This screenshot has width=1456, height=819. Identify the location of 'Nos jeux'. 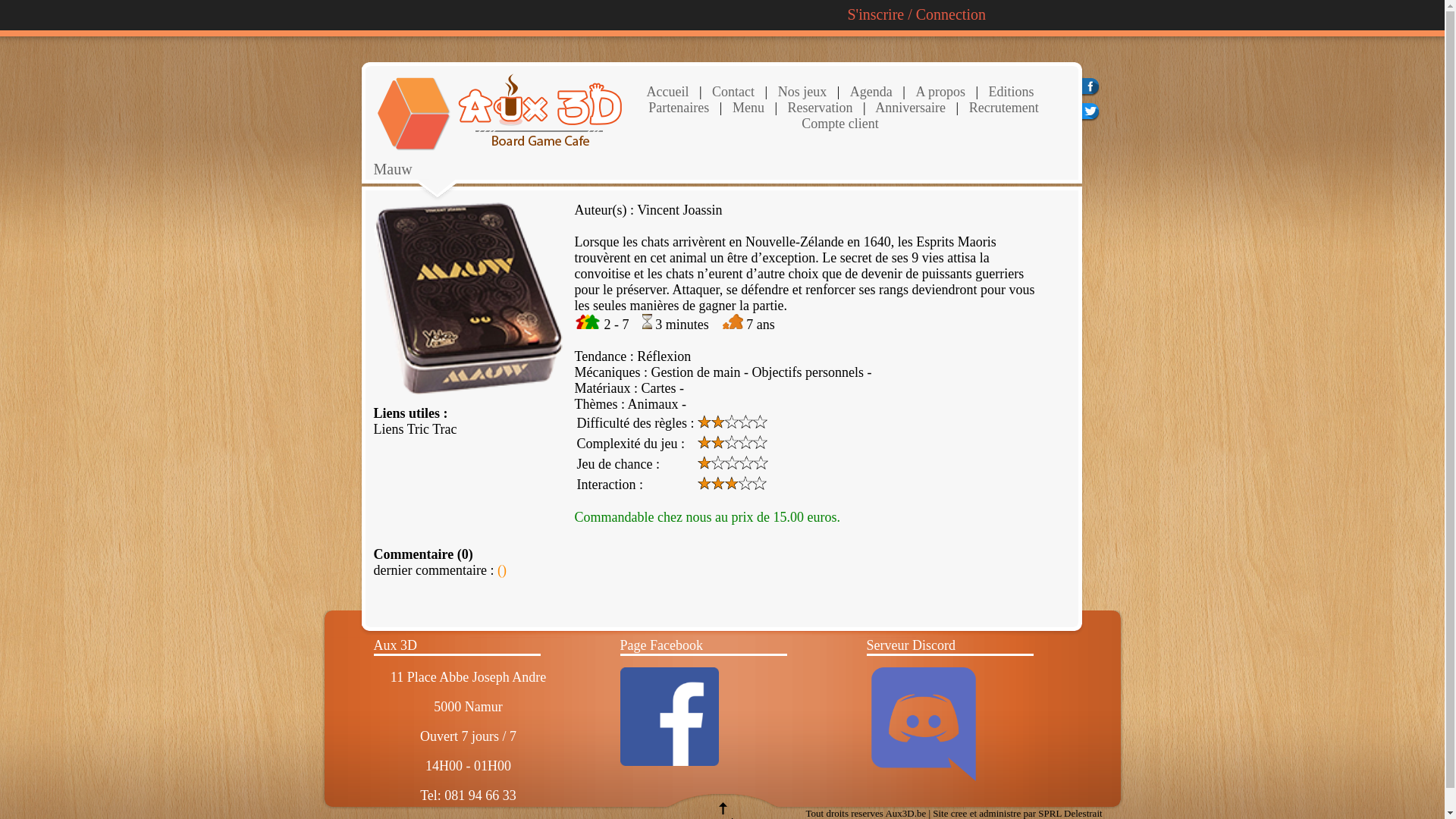
(799, 91).